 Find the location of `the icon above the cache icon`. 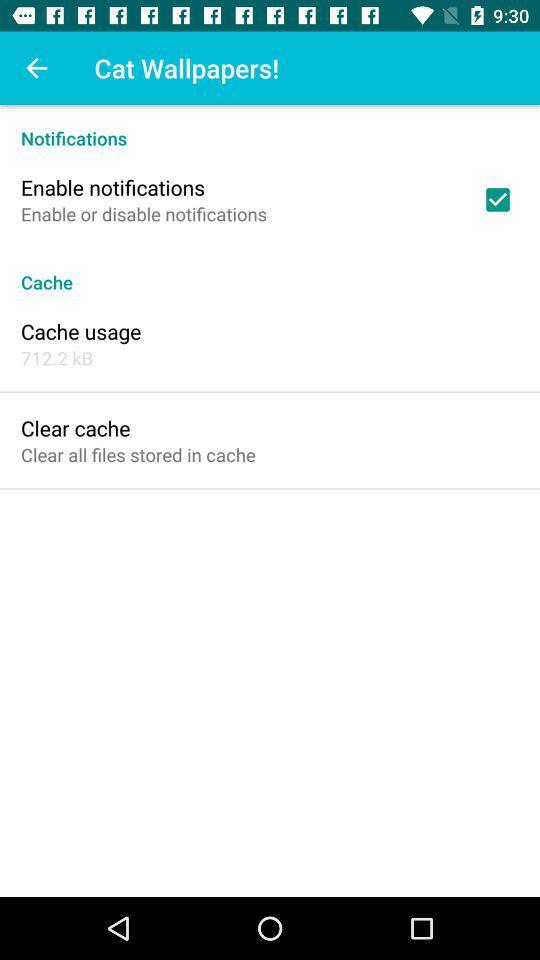

the icon above the cache icon is located at coordinates (496, 199).